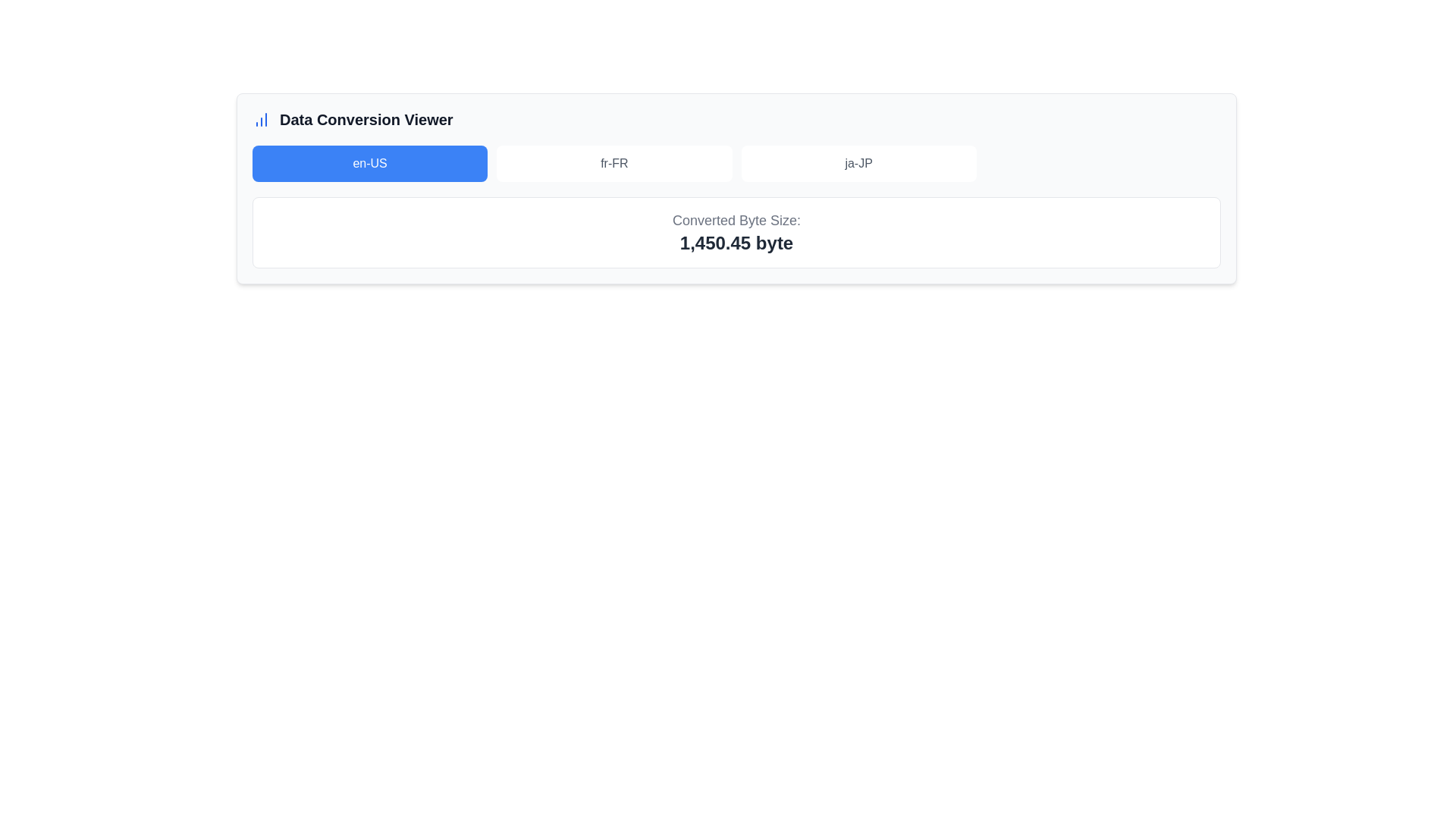  What do you see at coordinates (370, 164) in the screenshot?
I see `the language selection button for 'en-US' located at the top left of the language options` at bounding box center [370, 164].